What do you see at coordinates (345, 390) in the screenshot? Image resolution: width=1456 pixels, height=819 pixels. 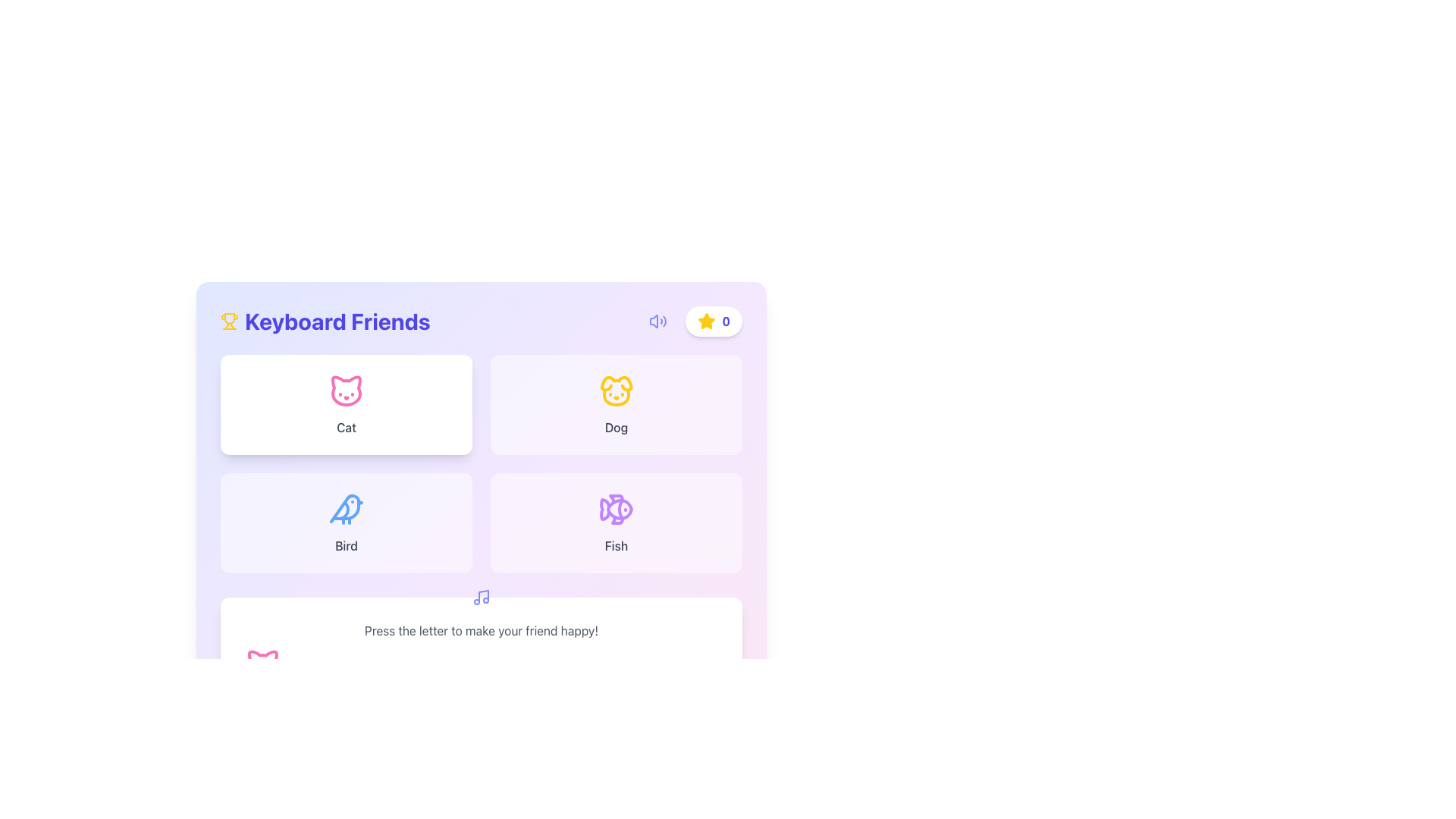 I see `the 'Cat' graphical icon located in the top-left quadrant of the interface` at bounding box center [345, 390].